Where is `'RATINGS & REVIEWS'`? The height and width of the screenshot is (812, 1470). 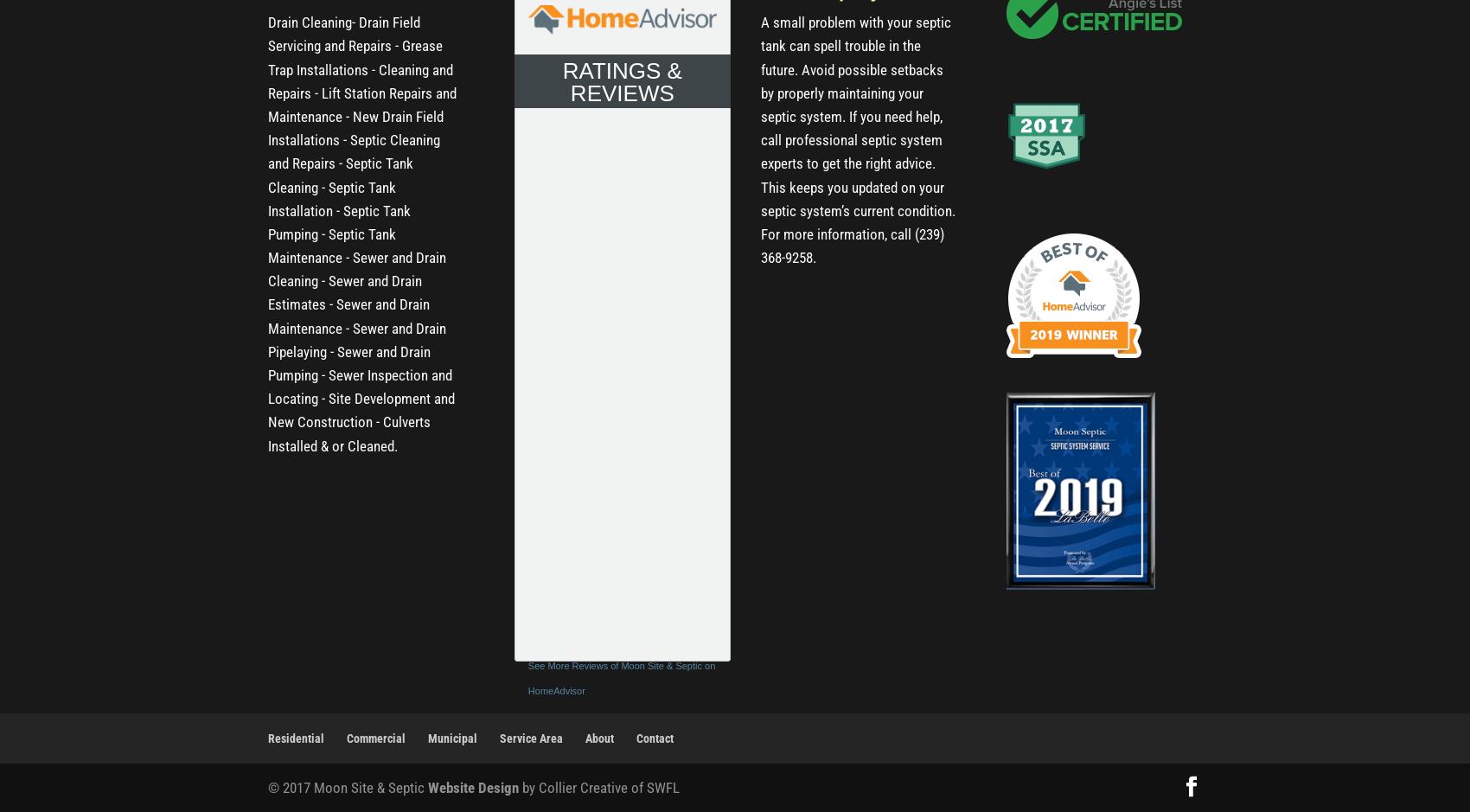
'RATINGS & REVIEWS' is located at coordinates (621, 80).